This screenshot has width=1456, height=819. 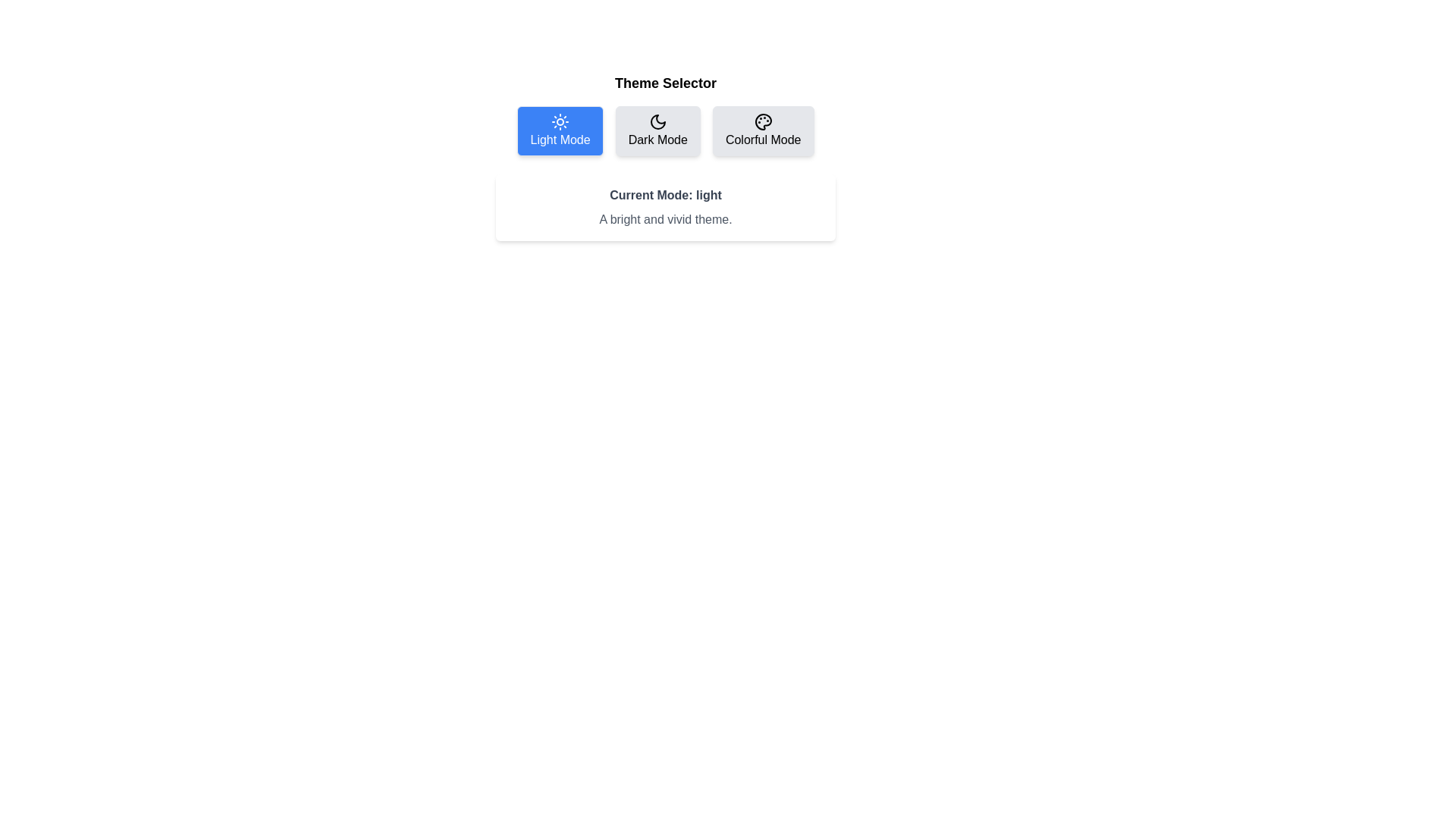 I want to click on the third button in the row that activates 'Colorful Mode' to observe the hover effect, so click(x=763, y=130).